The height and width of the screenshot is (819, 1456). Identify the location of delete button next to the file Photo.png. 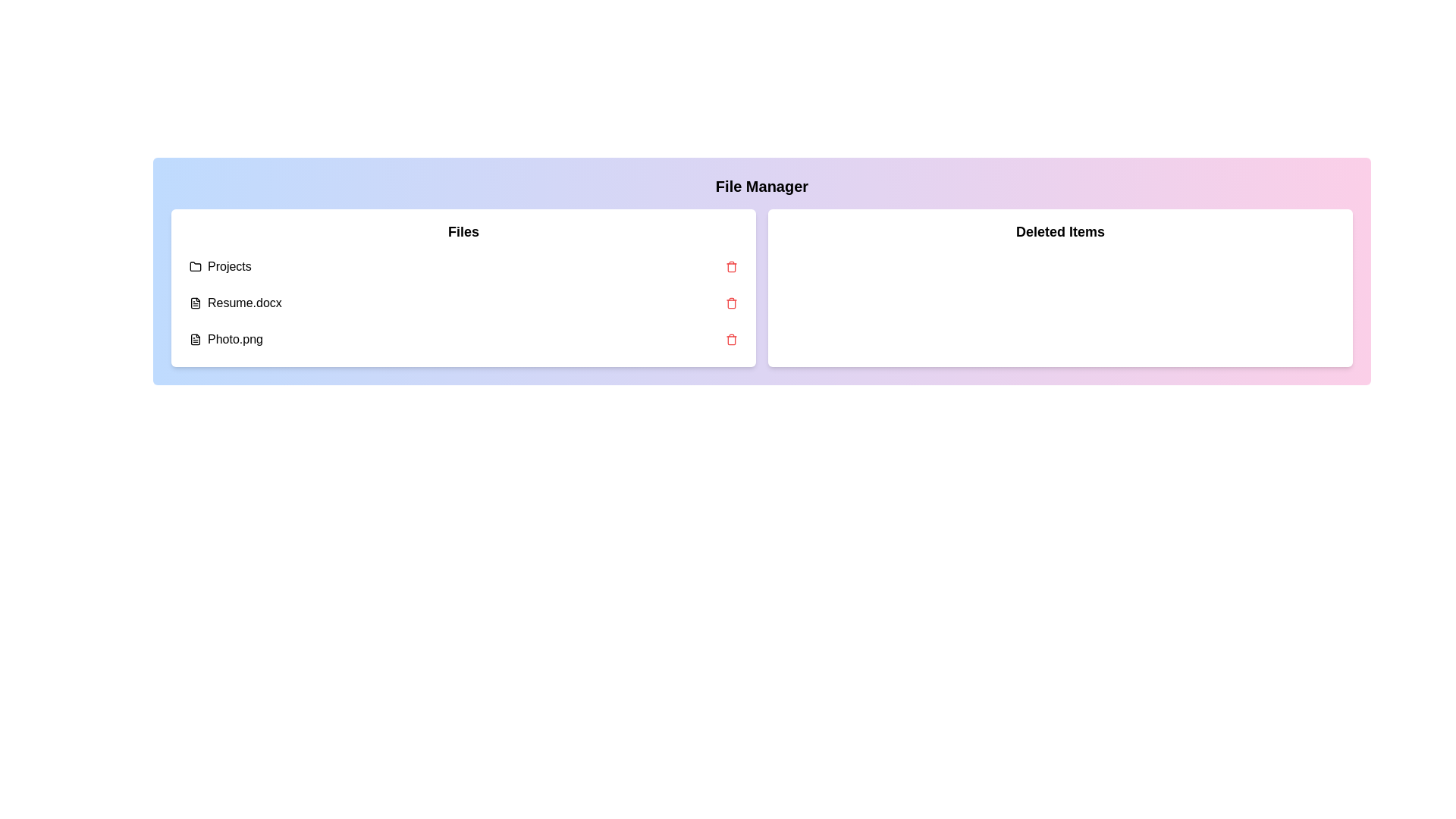
(731, 338).